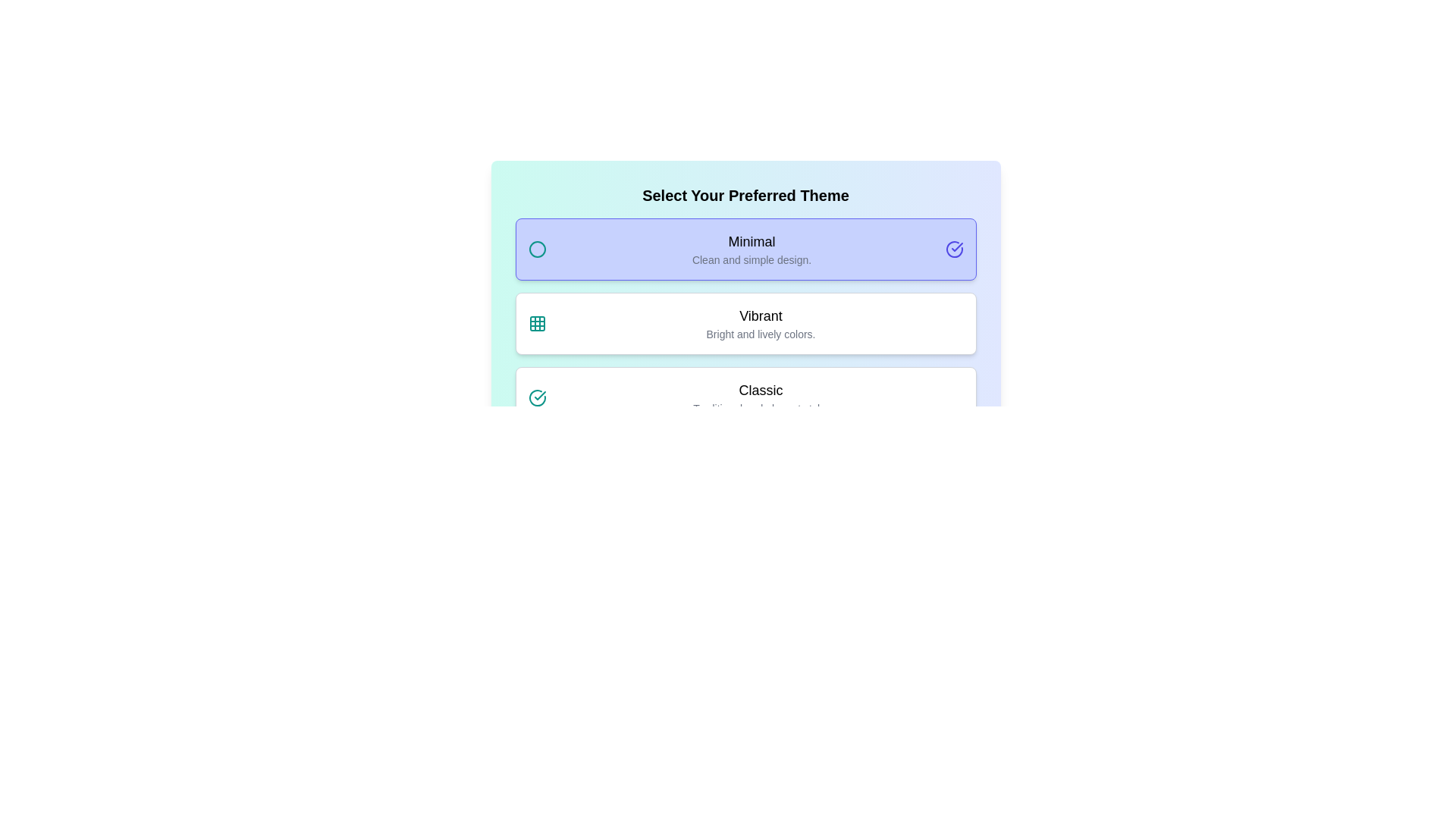 Image resolution: width=1456 pixels, height=819 pixels. I want to click on the 'Vibrant' theme button in the list, so click(745, 323).